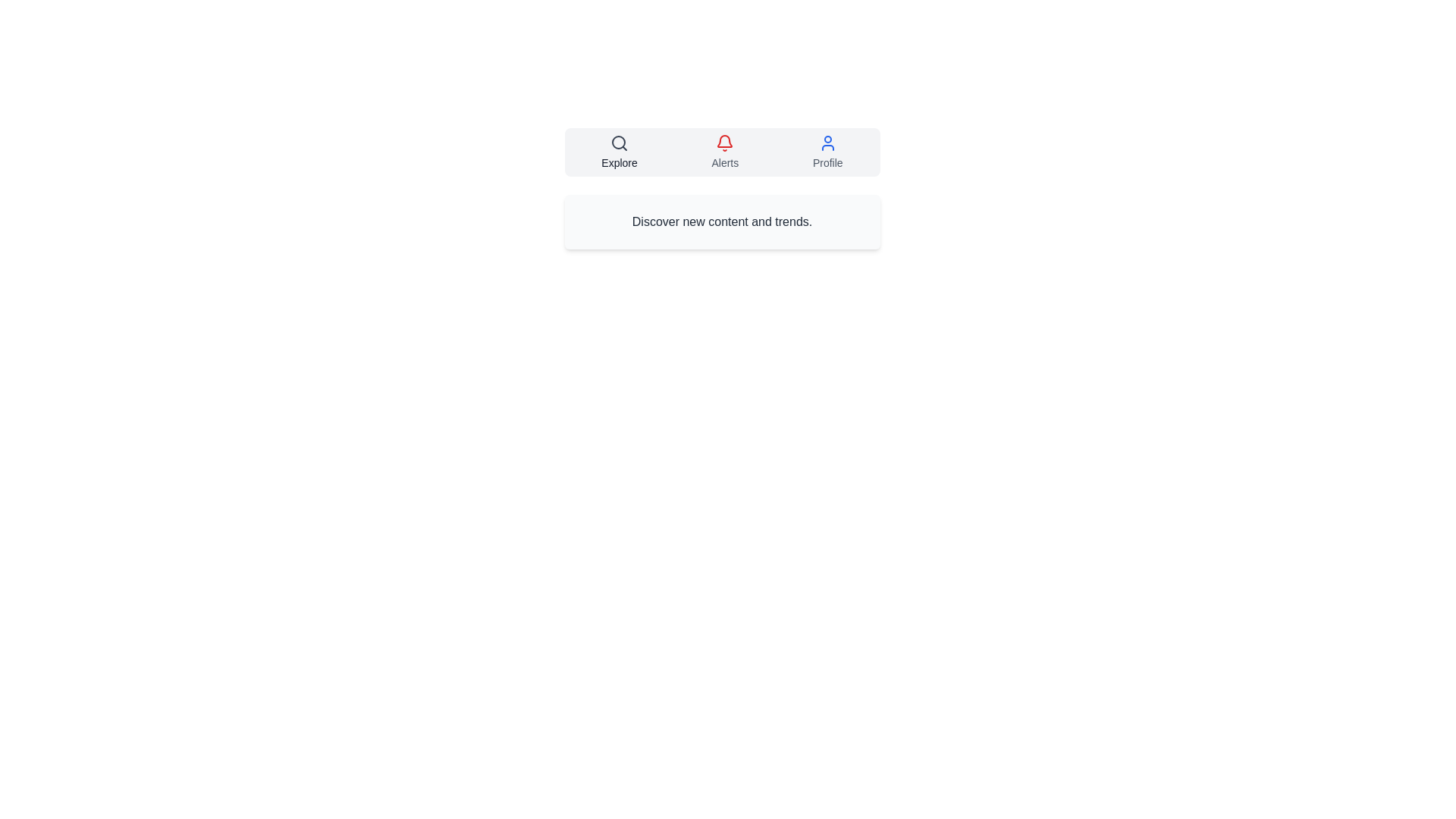 The image size is (1456, 819). What do you see at coordinates (724, 152) in the screenshot?
I see `the tab with label Alerts` at bounding box center [724, 152].